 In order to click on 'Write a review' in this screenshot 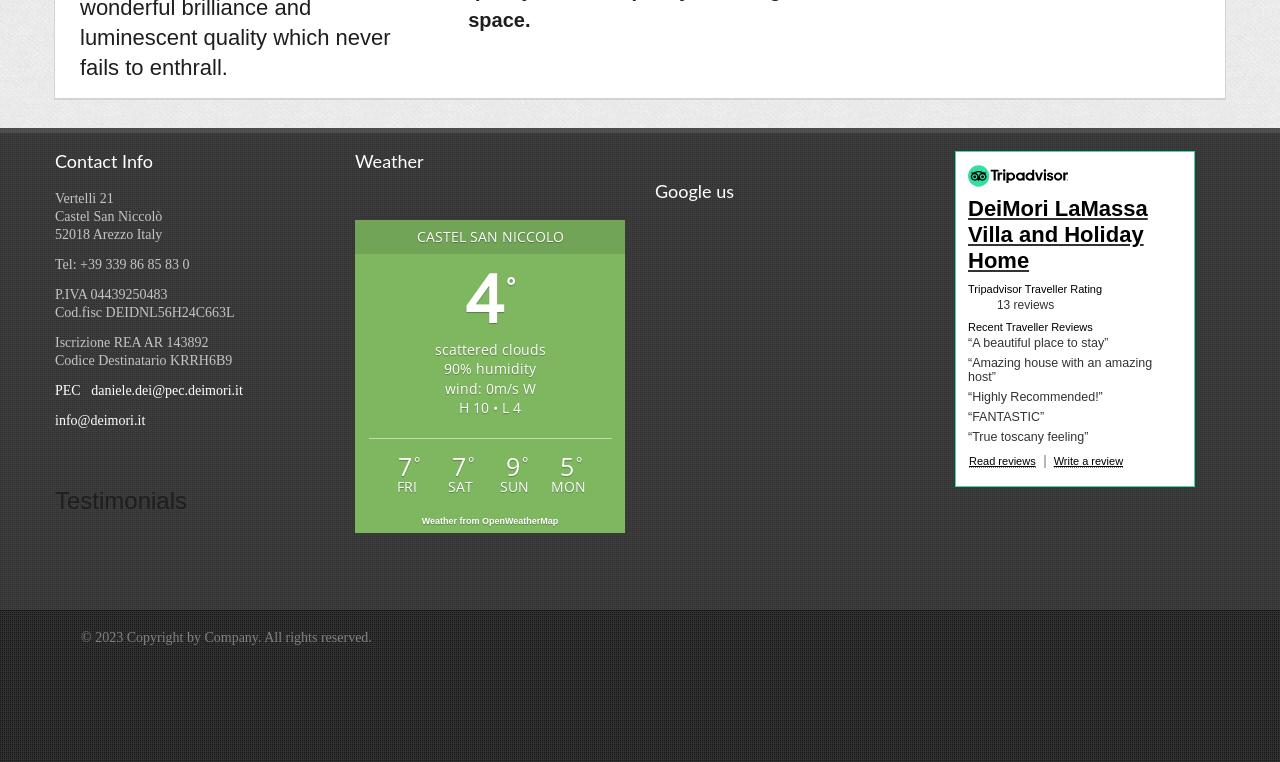, I will do `click(1087, 460)`.